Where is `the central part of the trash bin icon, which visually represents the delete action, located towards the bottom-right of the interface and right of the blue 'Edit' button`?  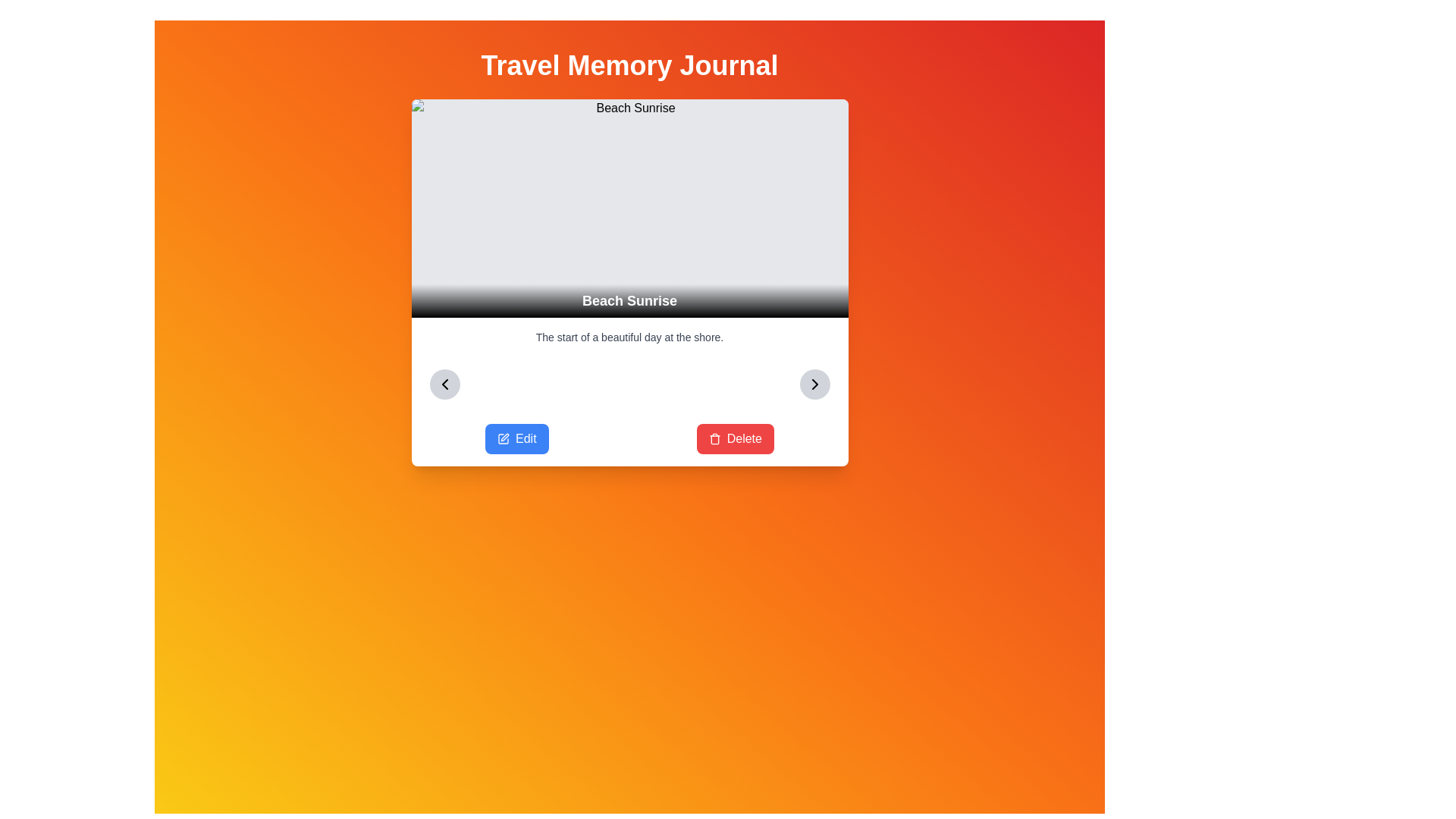
the central part of the trash bin icon, which visually represents the delete action, located towards the bottom-right of the interface and right of the blue 'Edit' button is located at coordinates (714, 440).